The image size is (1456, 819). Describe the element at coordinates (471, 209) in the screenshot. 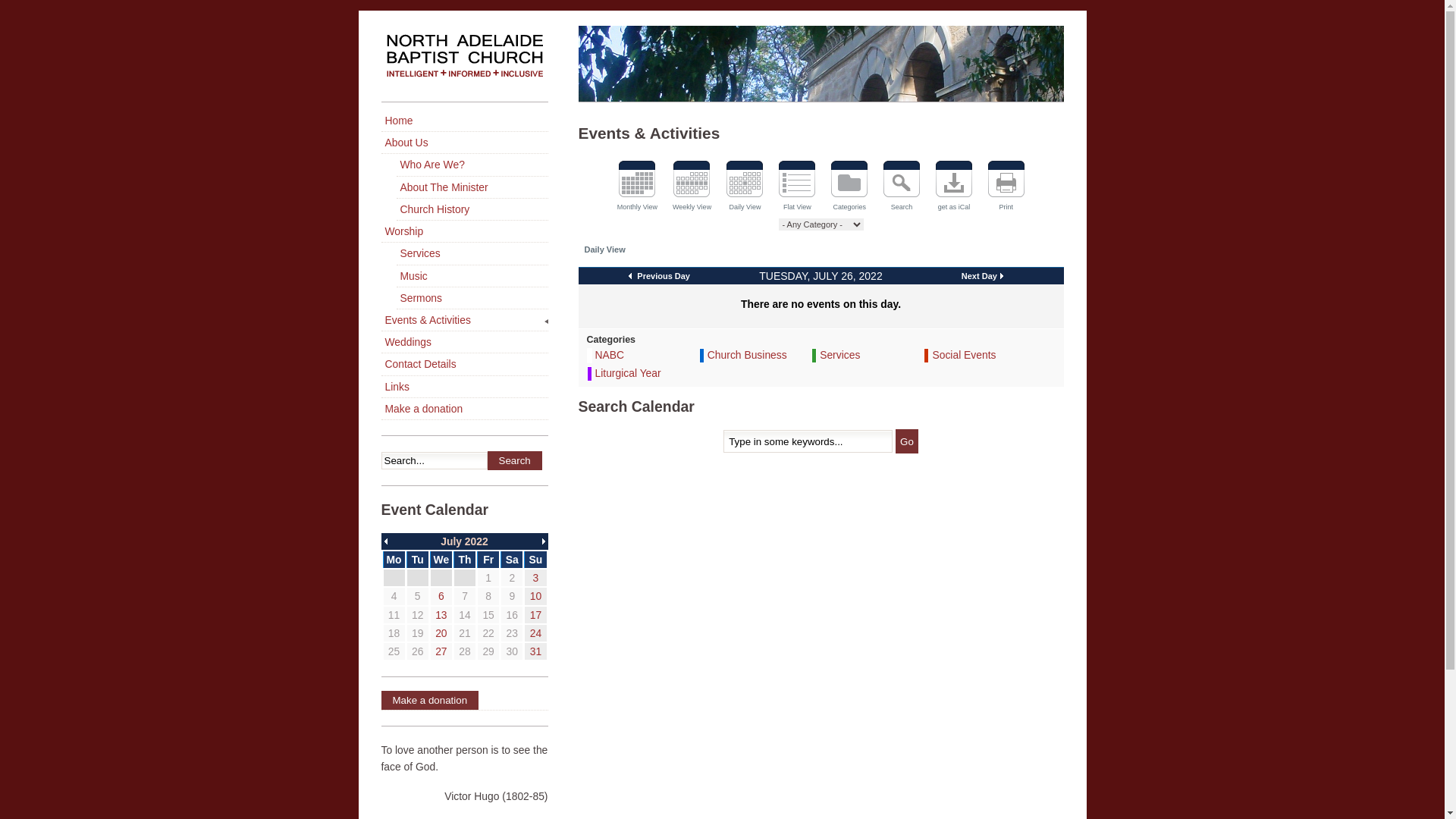

I see `'Church History'` at that location.